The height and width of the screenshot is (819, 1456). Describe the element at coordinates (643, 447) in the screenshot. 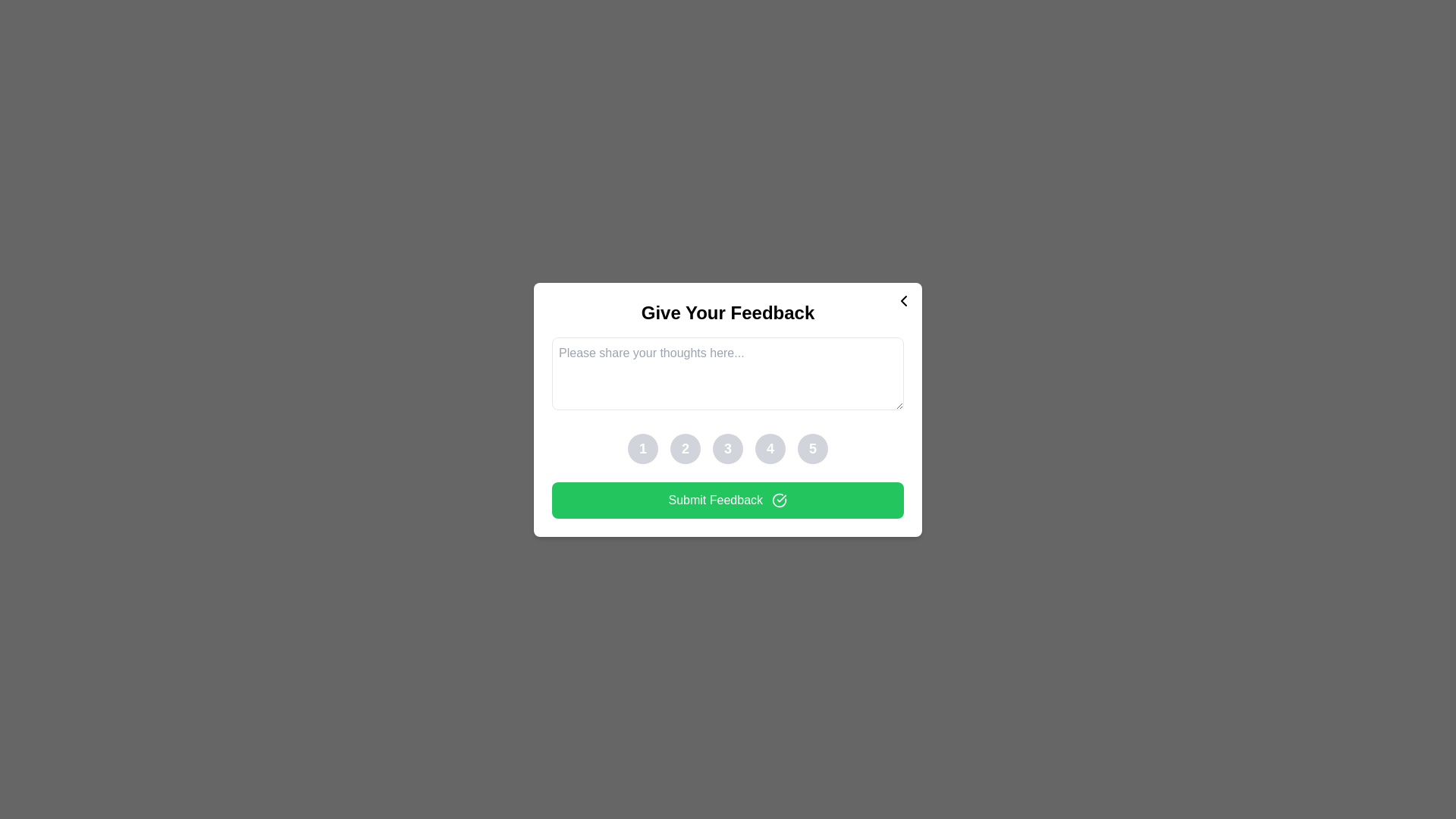

I see `the button corresponding to the rating 1` at that location.